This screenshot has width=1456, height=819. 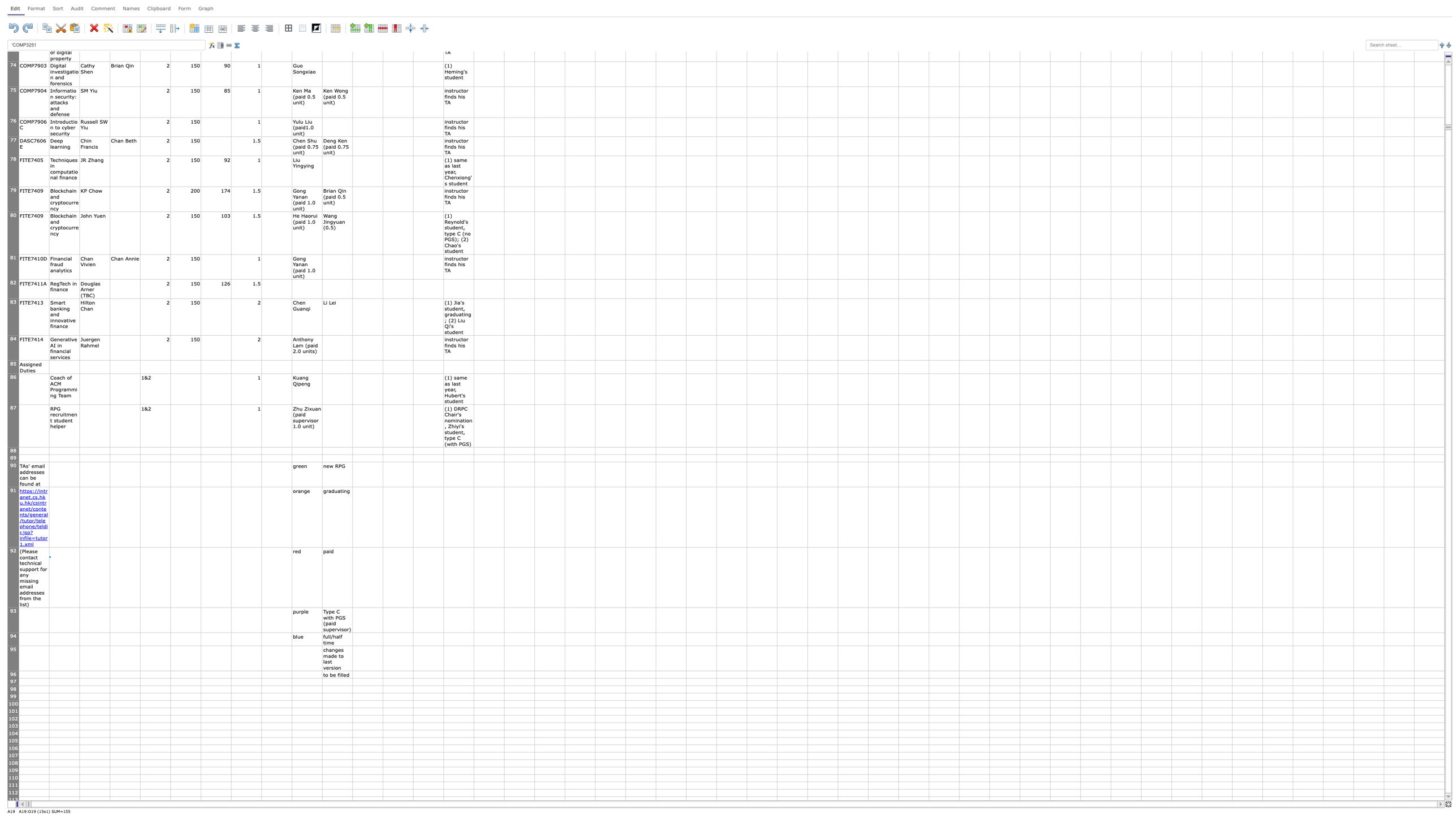 I want to click on the resize handle of row 93, so click(x=13, y=632).